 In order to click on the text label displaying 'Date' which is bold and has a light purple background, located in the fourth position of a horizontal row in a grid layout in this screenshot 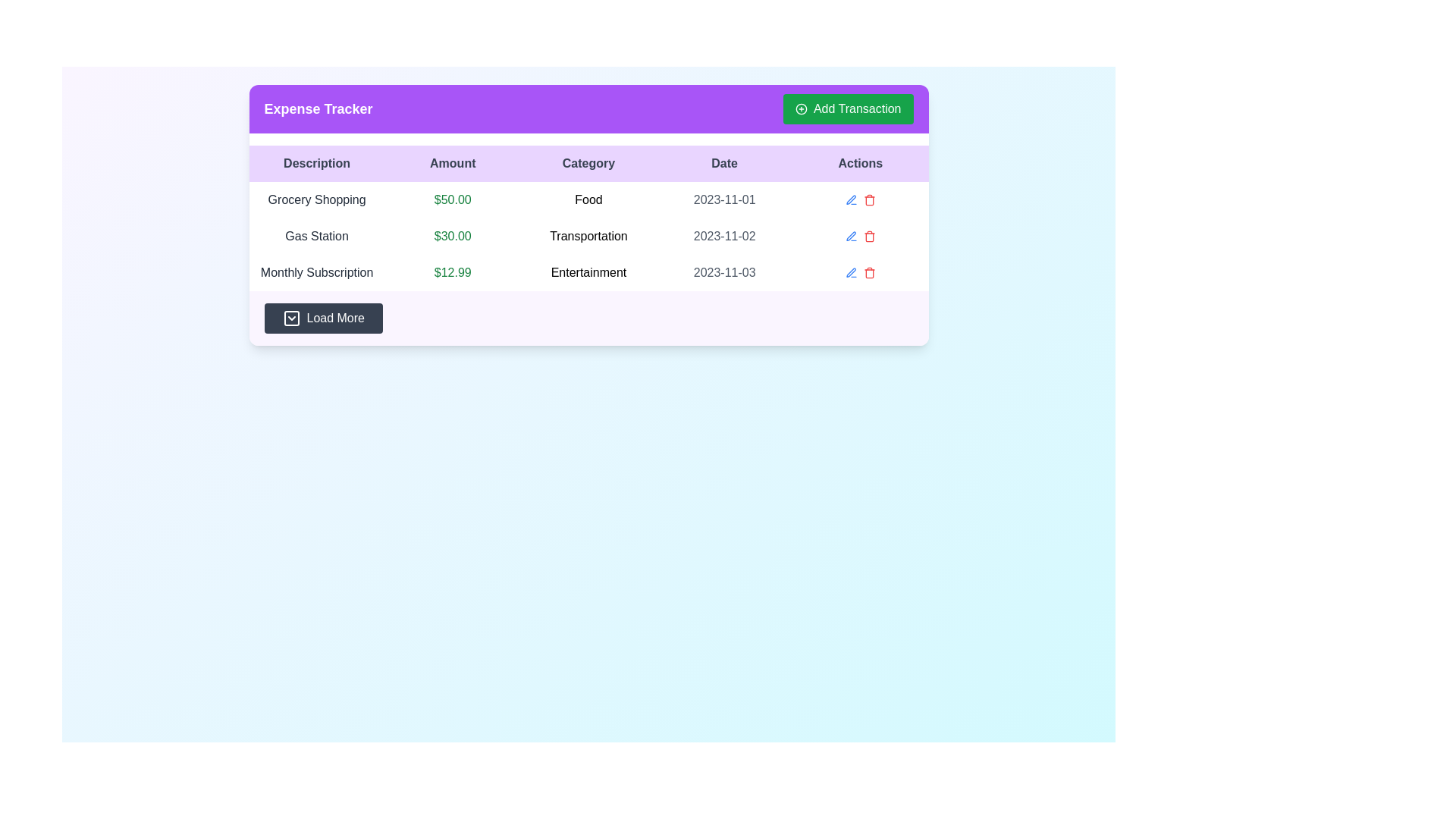, I will do `click(723, 164)`.